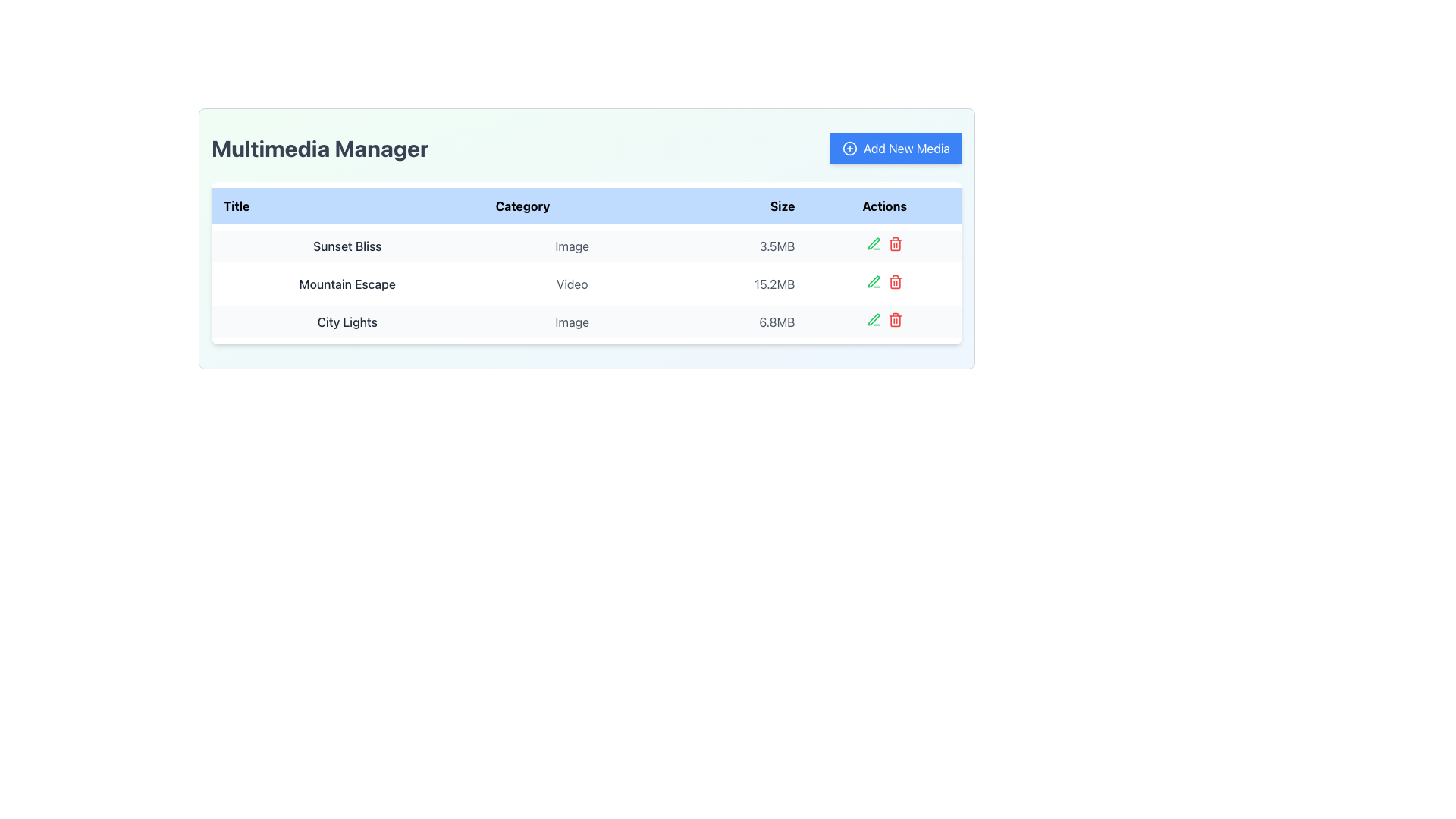 The image size is (1456, 819). Describe the element at coordinates (571, 321) in the screenshot. I see `the 'Image' label in the 'Category' column of the table on the 'City Lights' row, which displays the text in a light gray font` at that location.